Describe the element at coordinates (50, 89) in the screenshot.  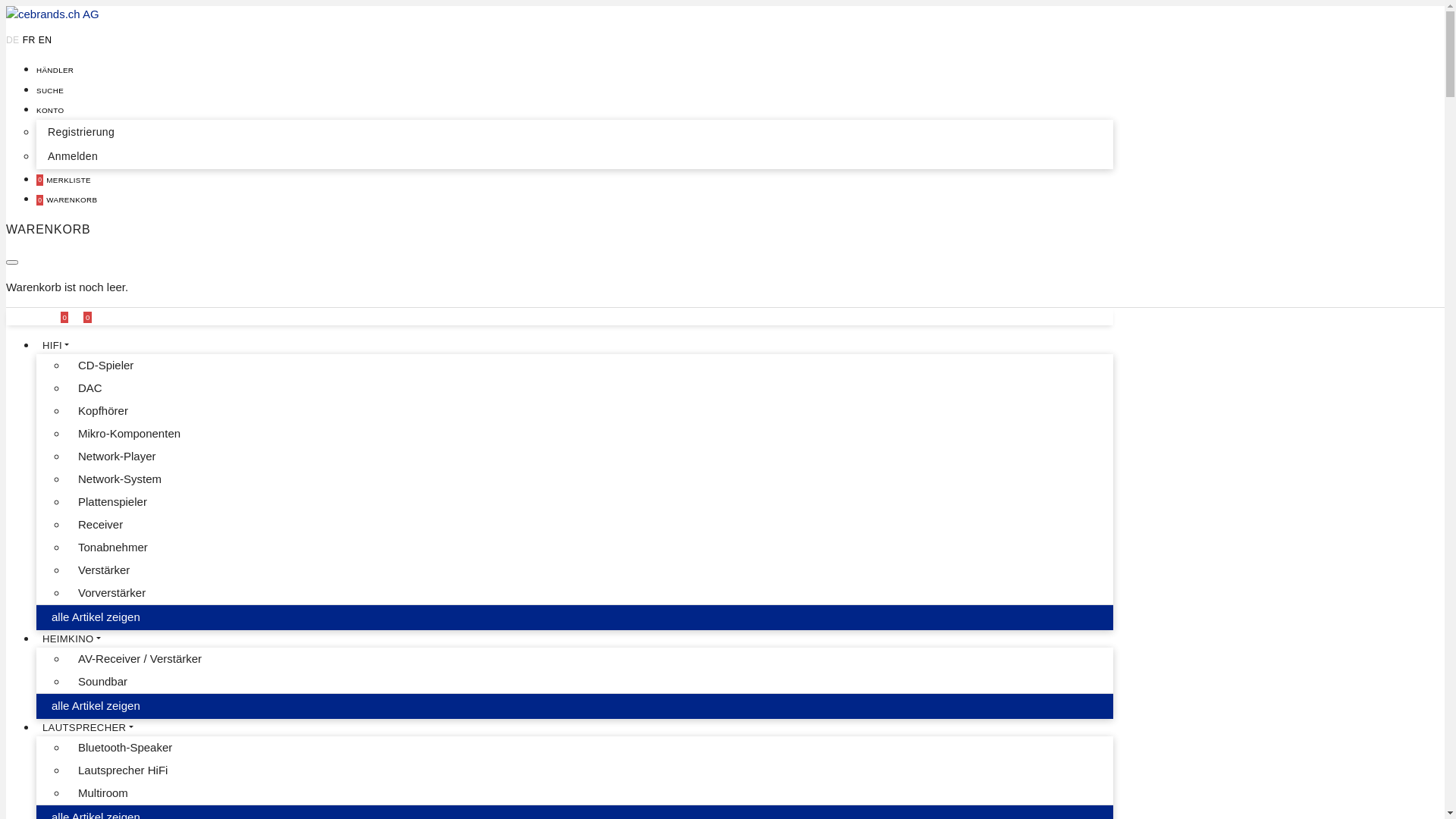
I see `'SUCHE'` at that location.